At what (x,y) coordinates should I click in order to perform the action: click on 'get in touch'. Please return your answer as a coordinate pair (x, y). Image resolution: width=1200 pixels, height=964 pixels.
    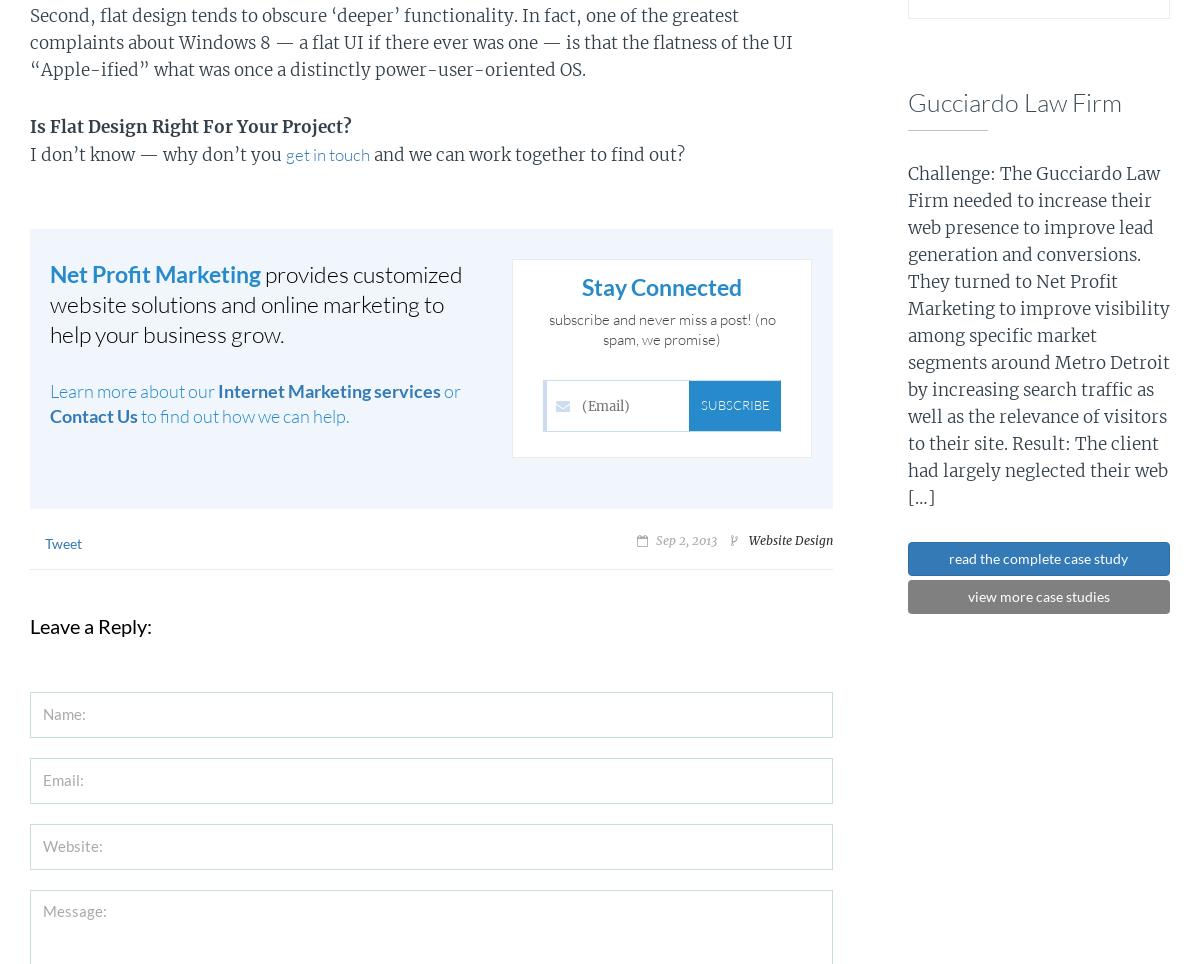
    Looking at the image, I should click on (327, 153).